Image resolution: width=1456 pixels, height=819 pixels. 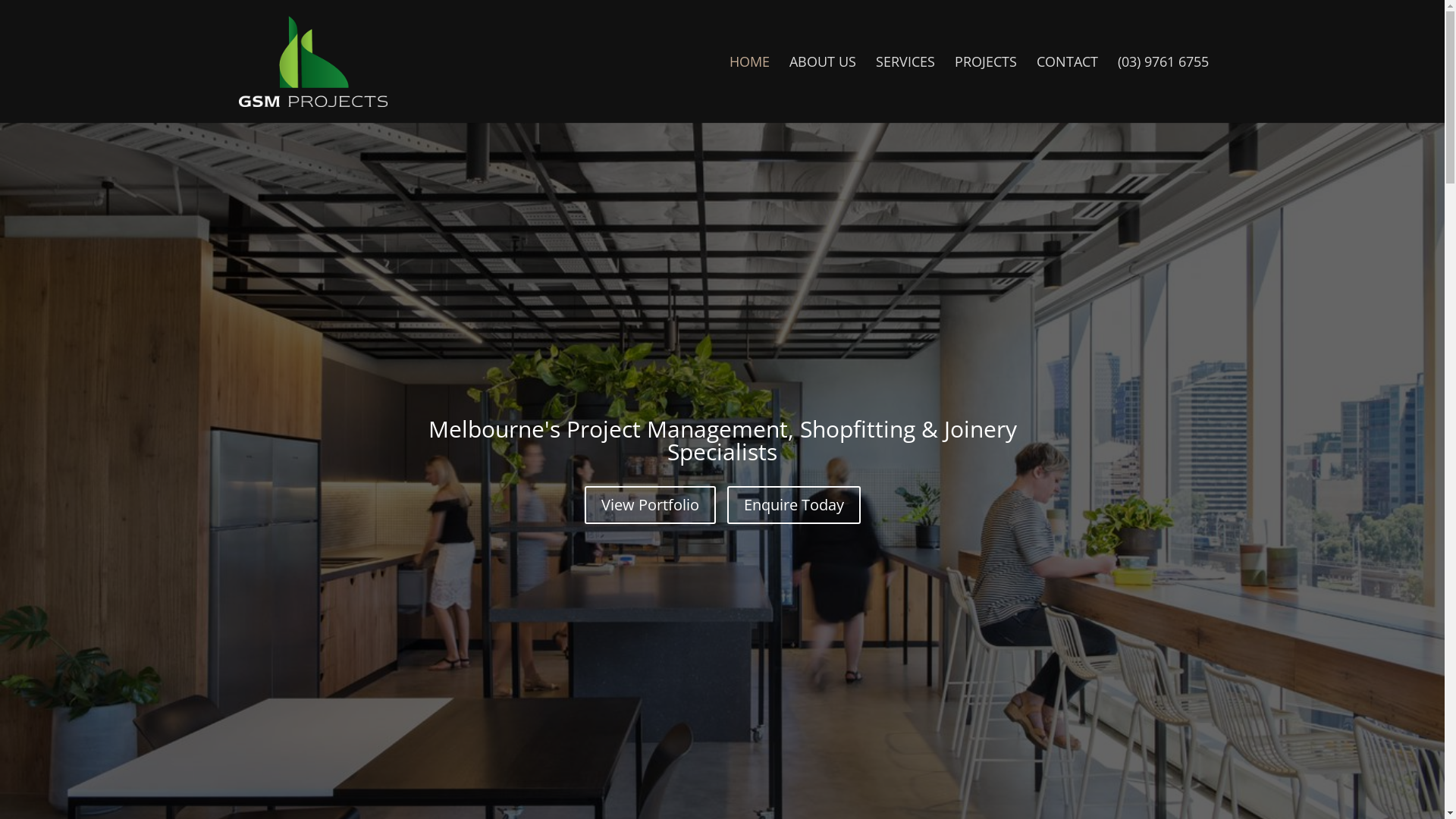 I want to click on 'View Portfolio', so click(x=649, y=505).